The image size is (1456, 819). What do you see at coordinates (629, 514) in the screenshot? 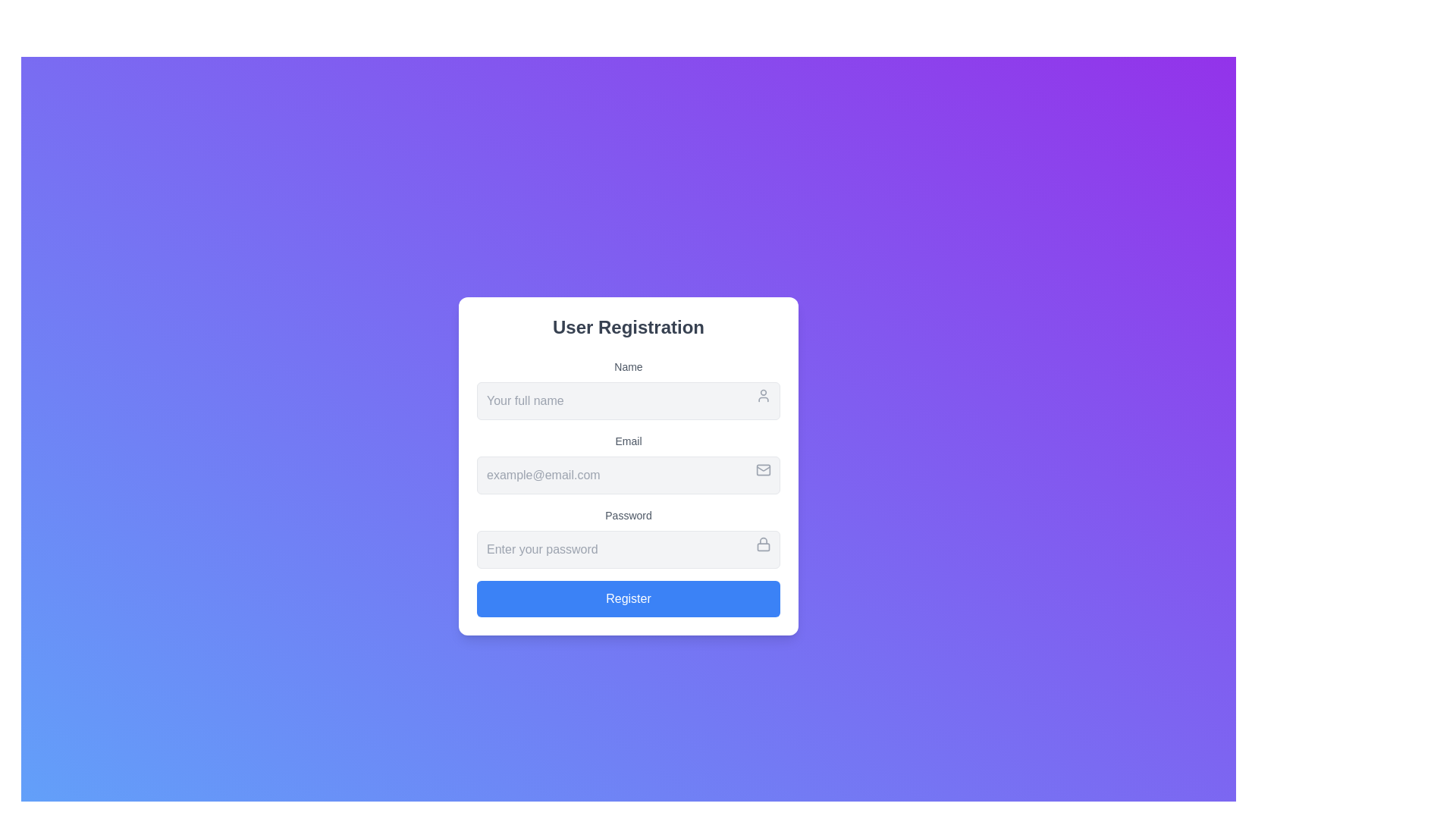
I see `label displaying the word 'Password' in a small, gray font, which is positioned above the password input field in the form interface` at bounding box center [629, 514].